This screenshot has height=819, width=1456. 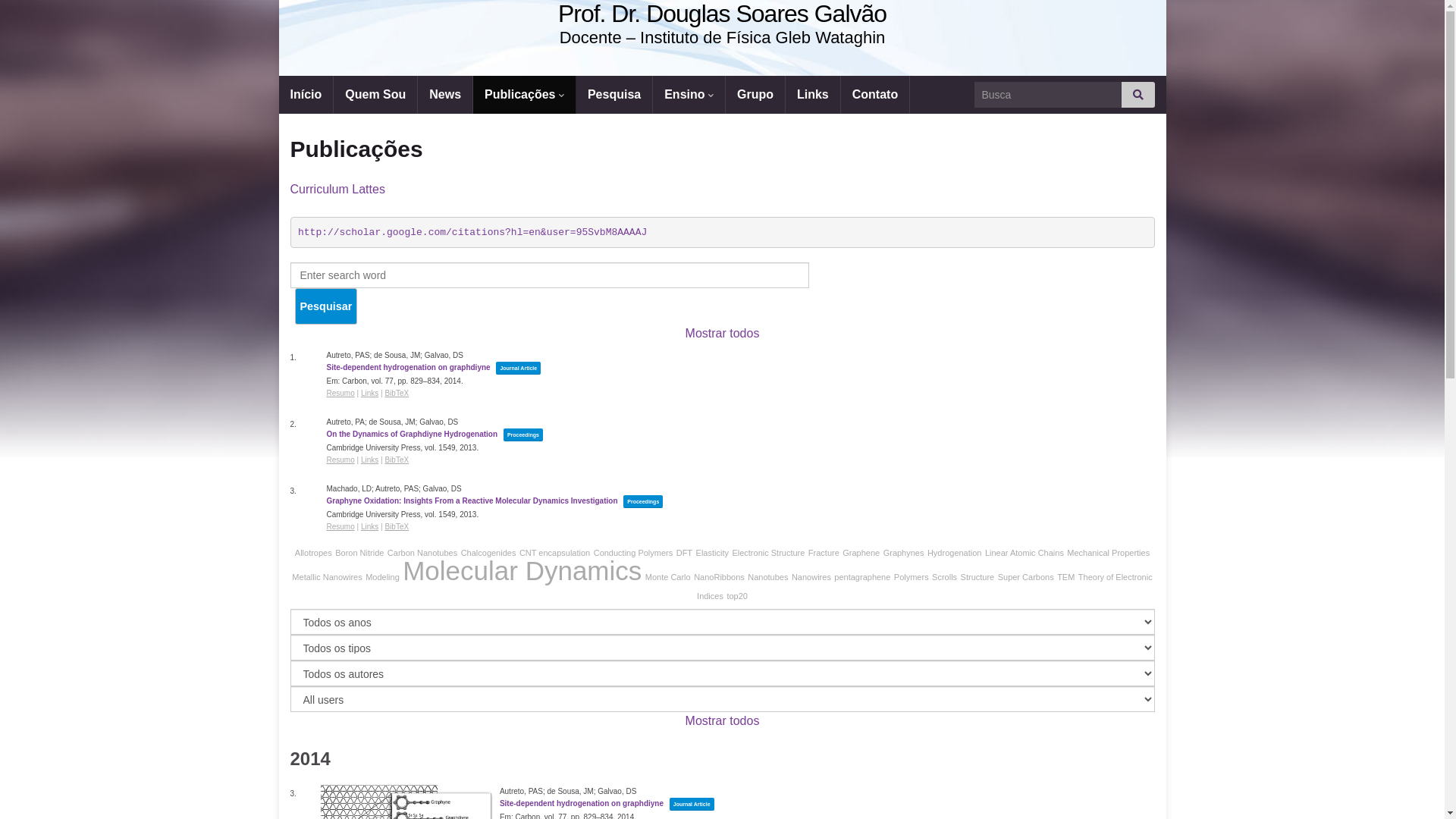 I want to click on 'Graphene', so click(x=861, y=553).